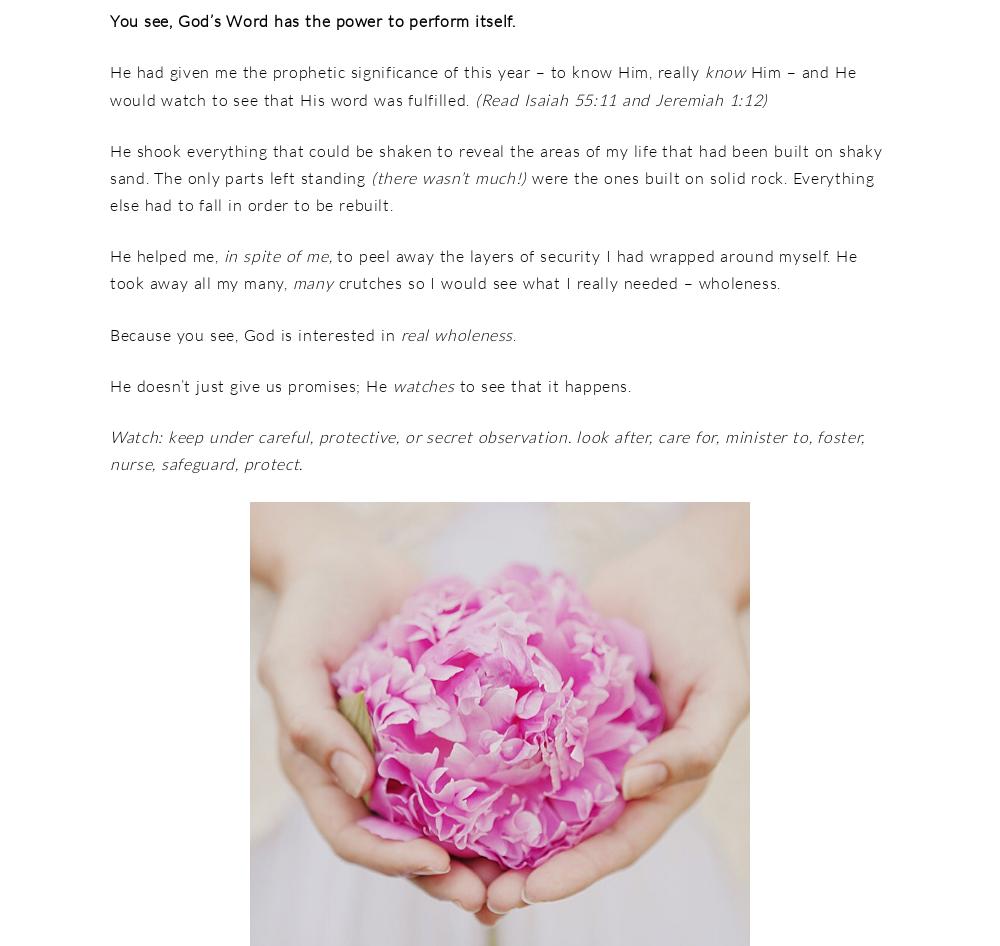 The image size is (1000, 946). What do you see at coordinates (312, 282) in the screenshot?
I see `'many'` at bounding box center [312, 282].